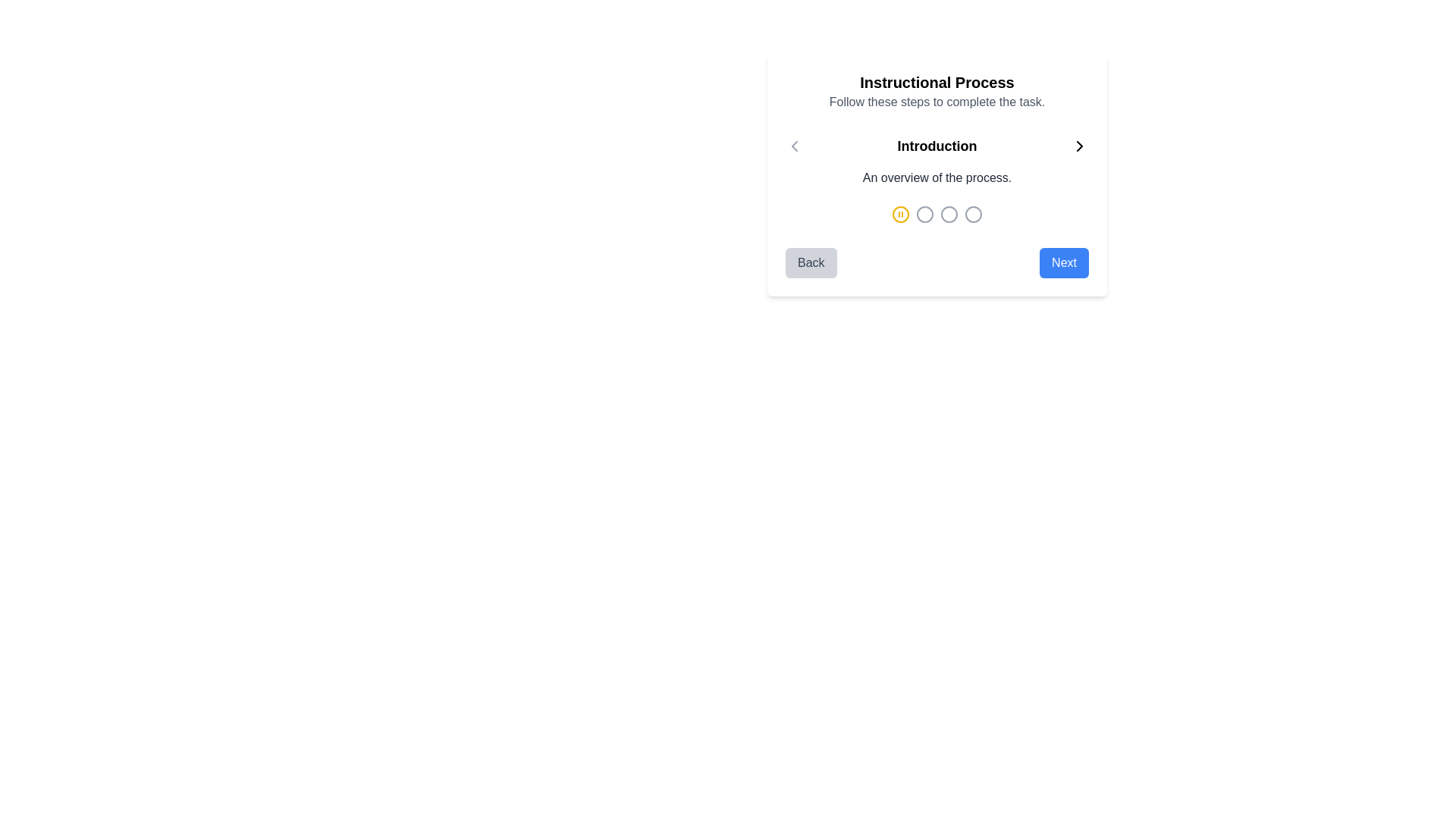 This screenshot has height=819, width=1456. What do you see at coordinates (901, 214) in the screenshot?
I see `the Step indicator icon, which is a circular icon with a yellow border and two vertical yellow bars in the center, positioned second from the left in a row of similar icons` at bounding box center [901, 214].